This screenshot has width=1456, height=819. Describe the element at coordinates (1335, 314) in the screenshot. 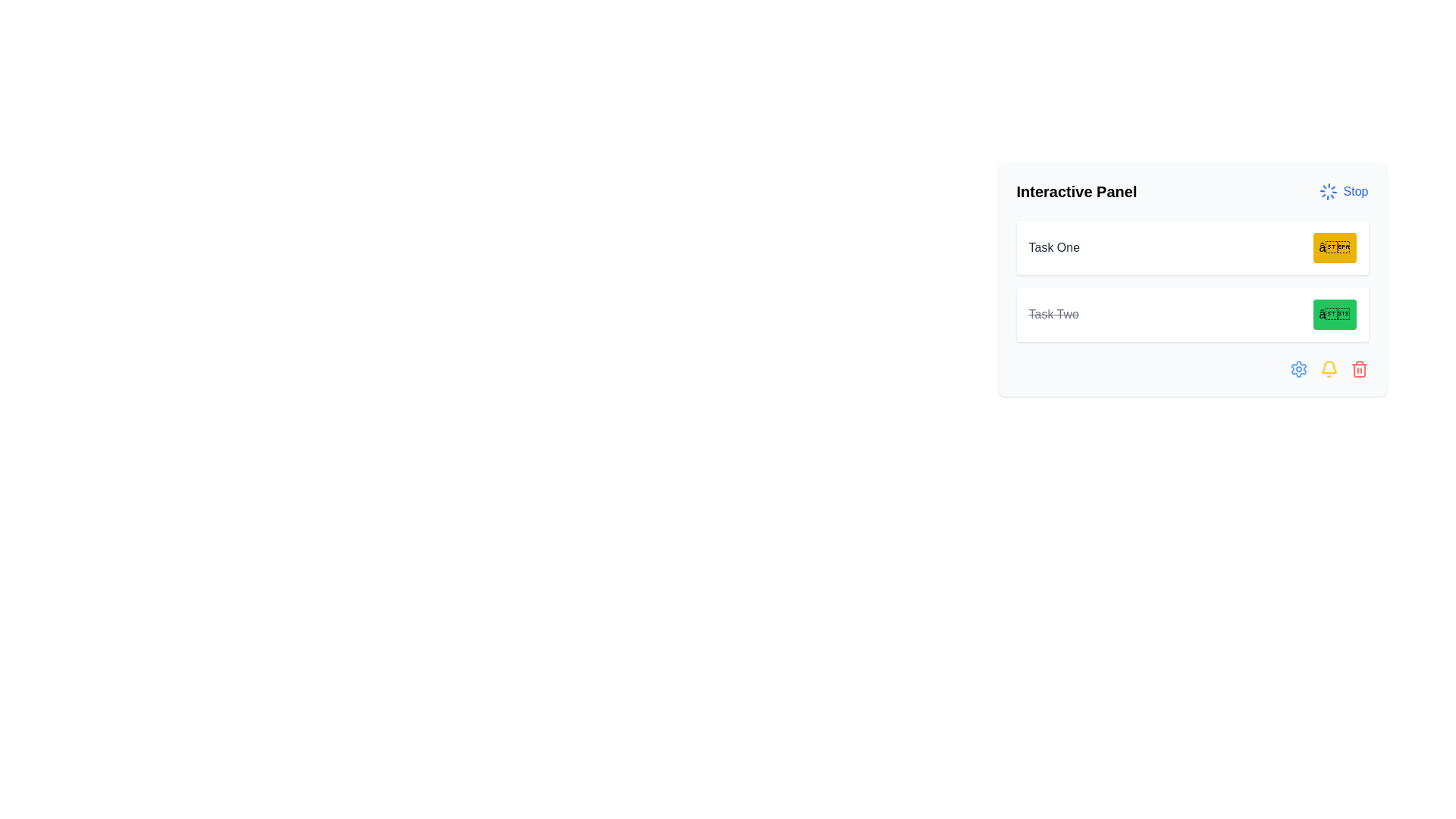

I see `the button on the right side of the 'Task Two' section to mark the task as done` at that location.